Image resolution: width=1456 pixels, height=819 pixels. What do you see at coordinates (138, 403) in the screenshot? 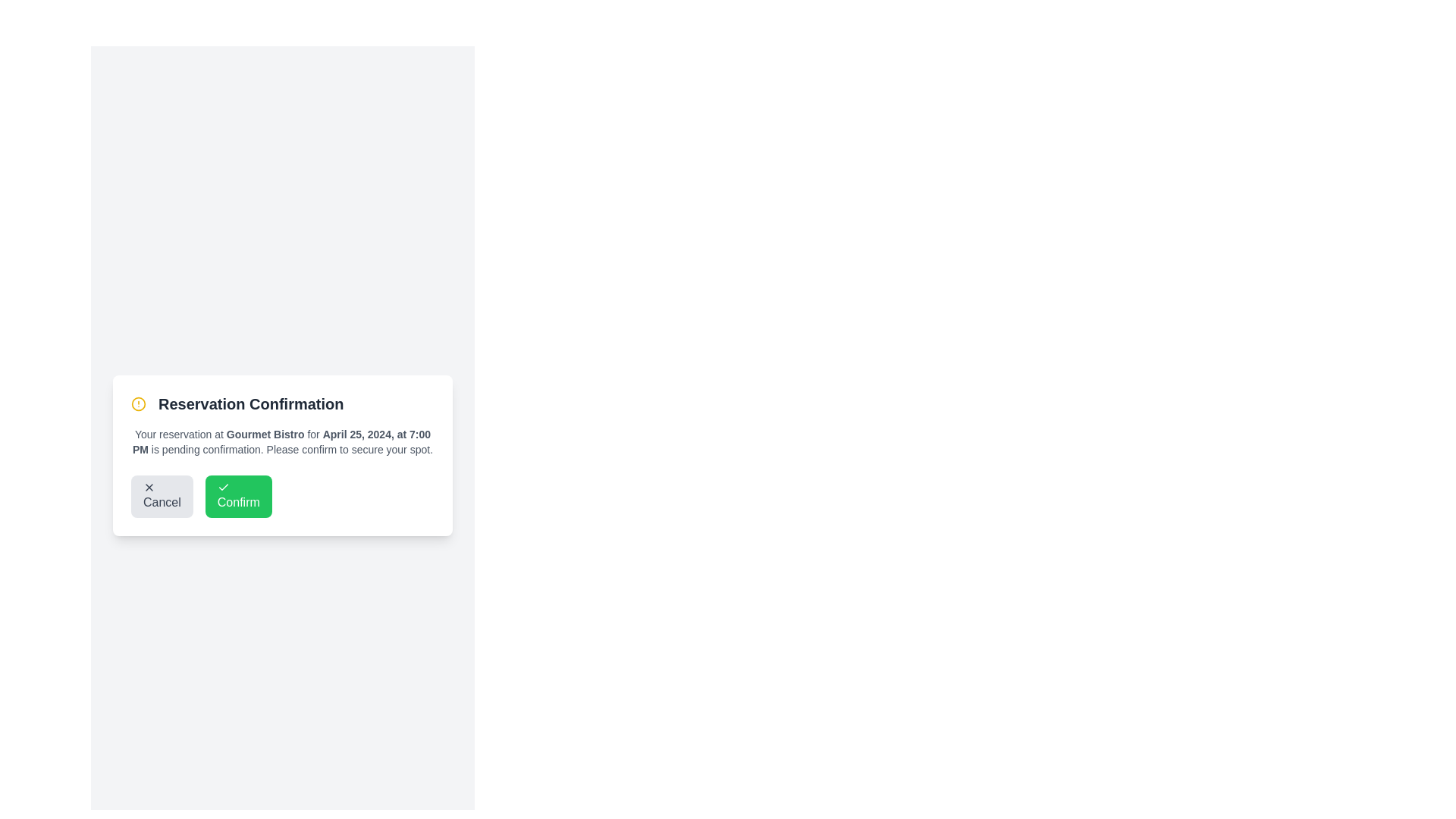
I see `the outer border of the graphical alert icon, which is a circular component indicating a warning, located towards the top-left corner of the dialogue box next to the title 'Reservation Confirmation'` at bounding box center [138, 403].